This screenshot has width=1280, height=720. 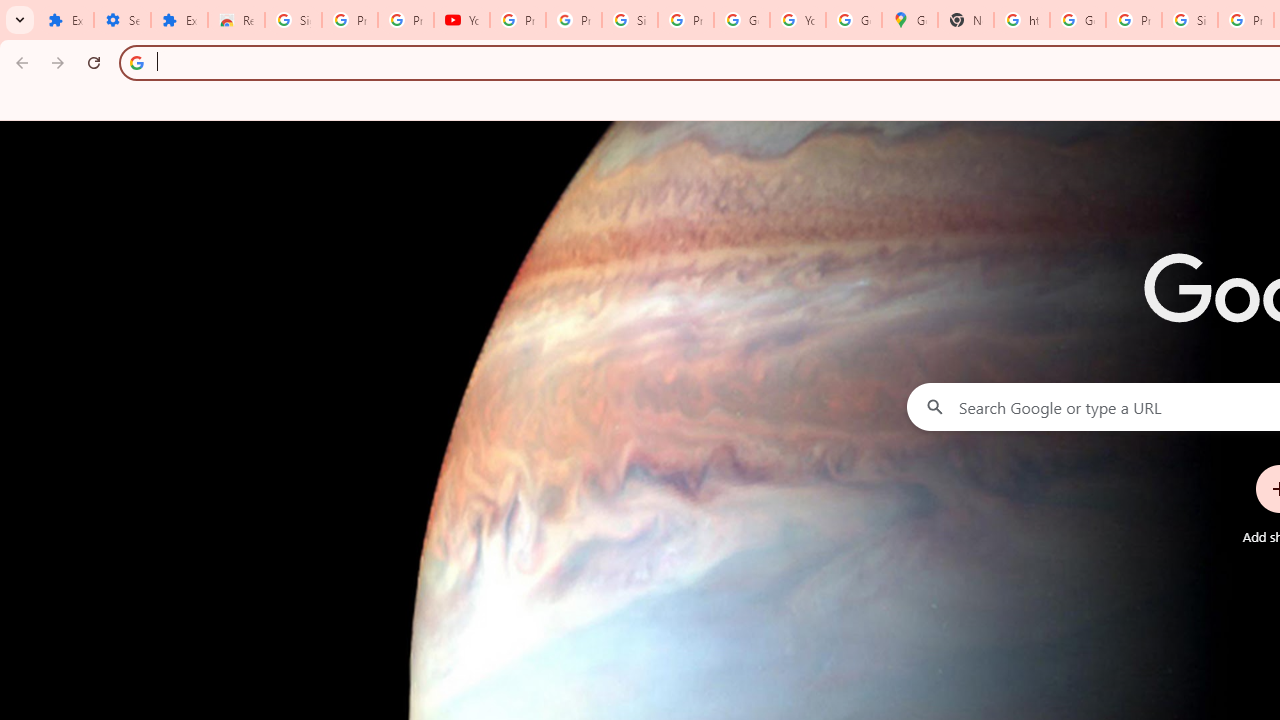 I want to click on 'Reviews: Helix Fruit Jump Arcade Game', so click(x=236, y=20).